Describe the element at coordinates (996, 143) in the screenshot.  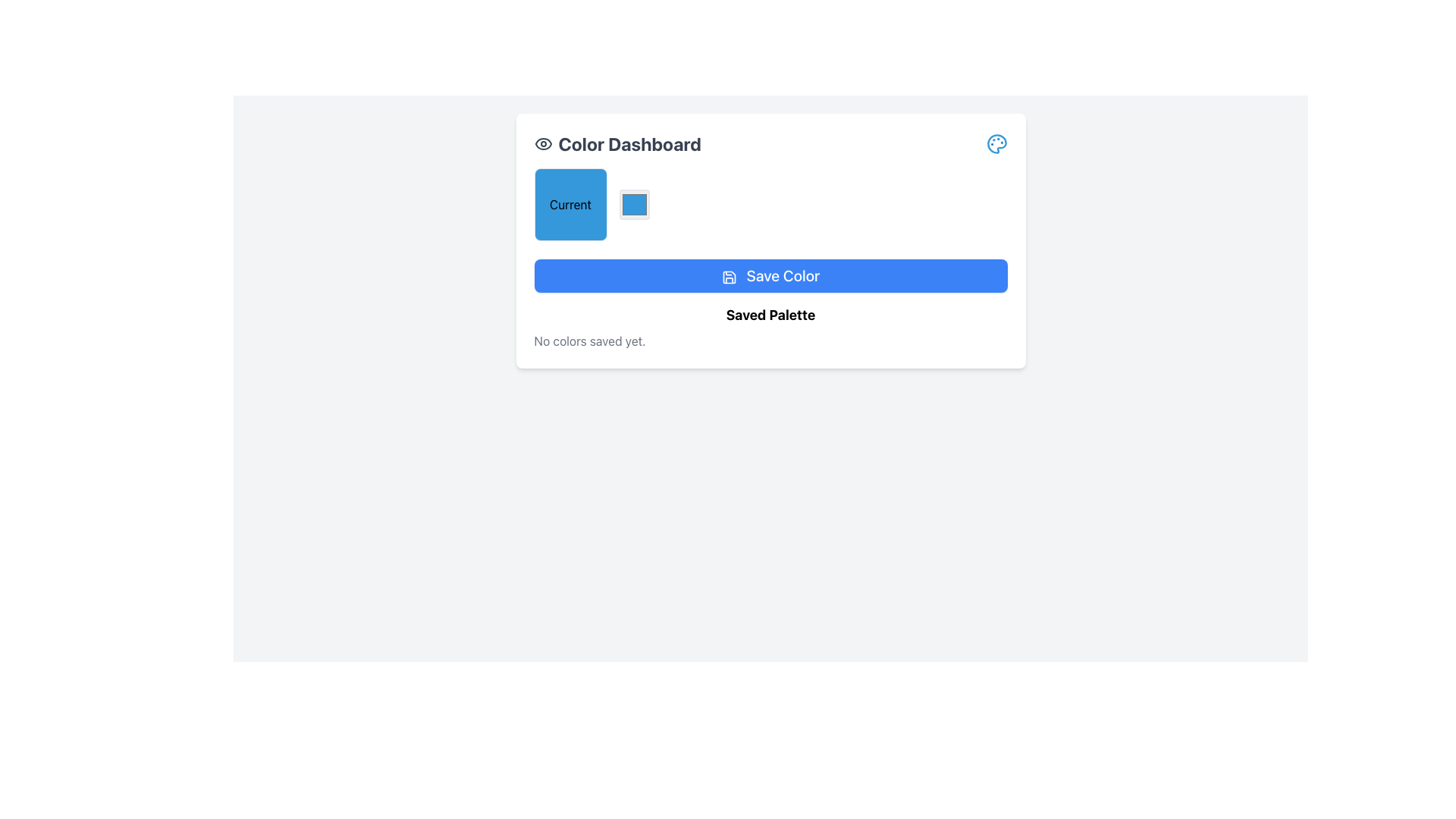
I see `the color palette icon located in the top-right corner of the 'Color Dashboard' card` at that location.